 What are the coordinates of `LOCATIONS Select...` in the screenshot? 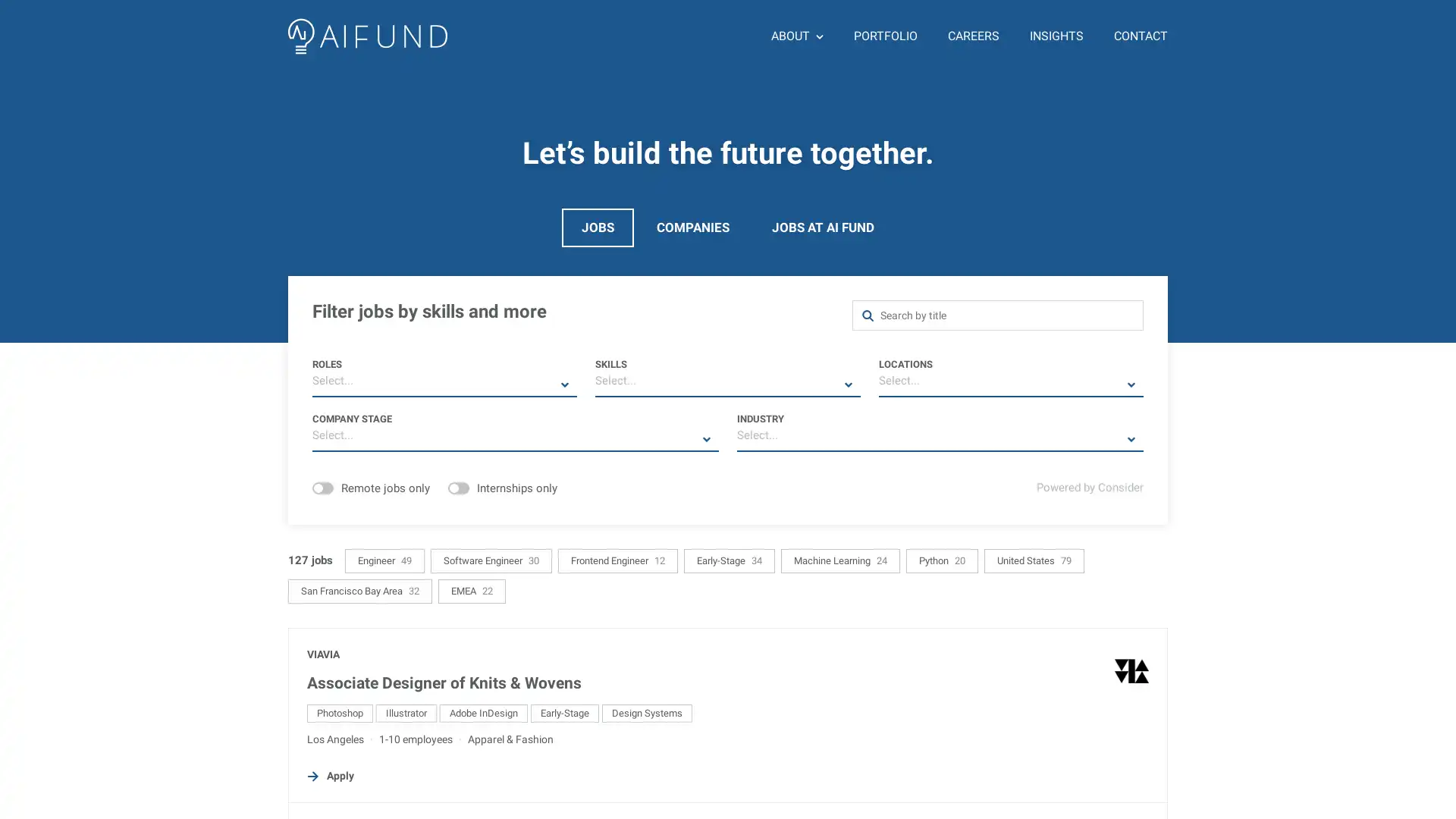 It's located at (1010, 372).